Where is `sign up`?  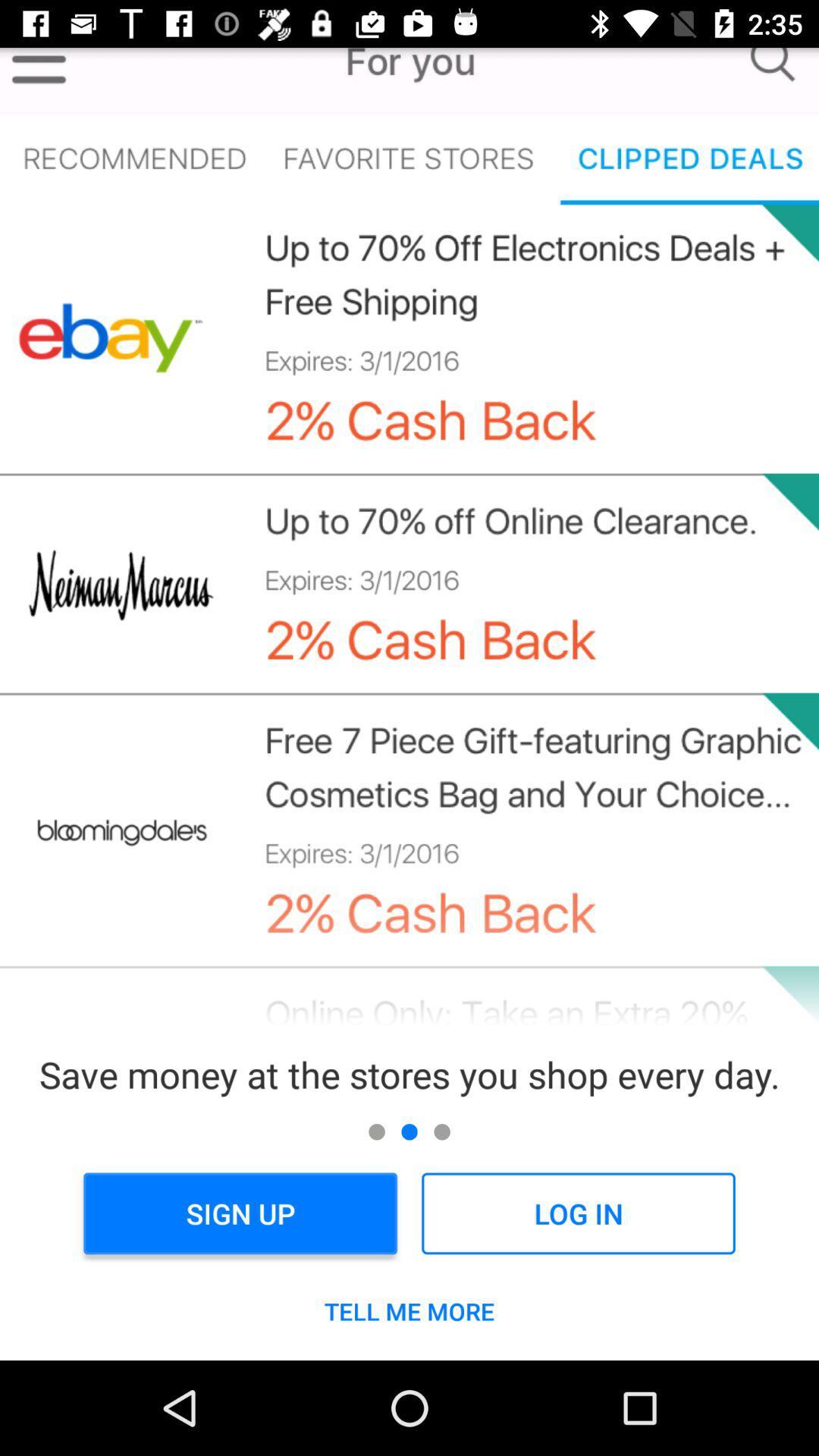
sign up is located at coordinates (240, 1213).